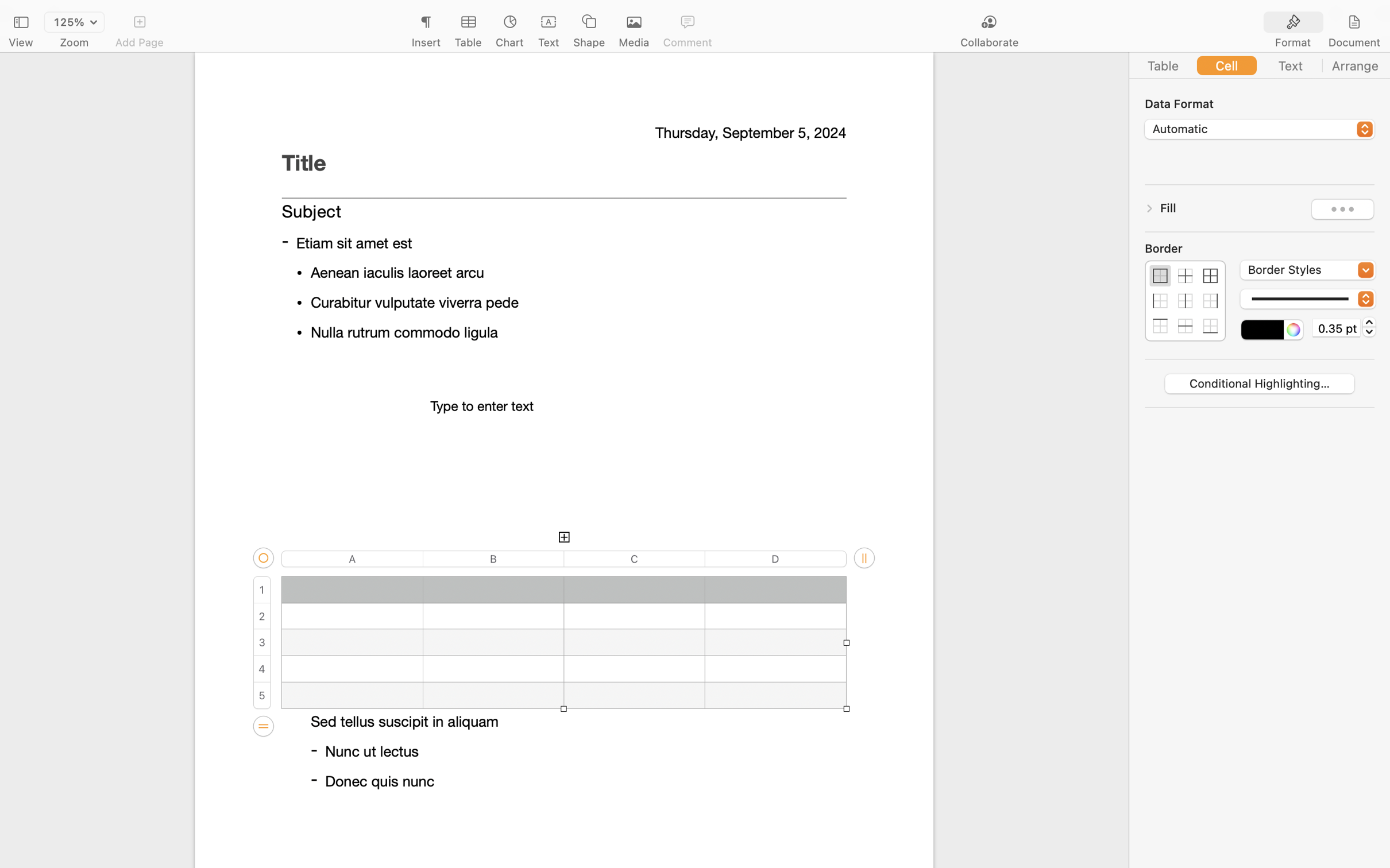 The width and height of the screenshot is (1390, 868). Describe the element at coordinates (20, 42) in the screenshot. I see `'View'` at that location.